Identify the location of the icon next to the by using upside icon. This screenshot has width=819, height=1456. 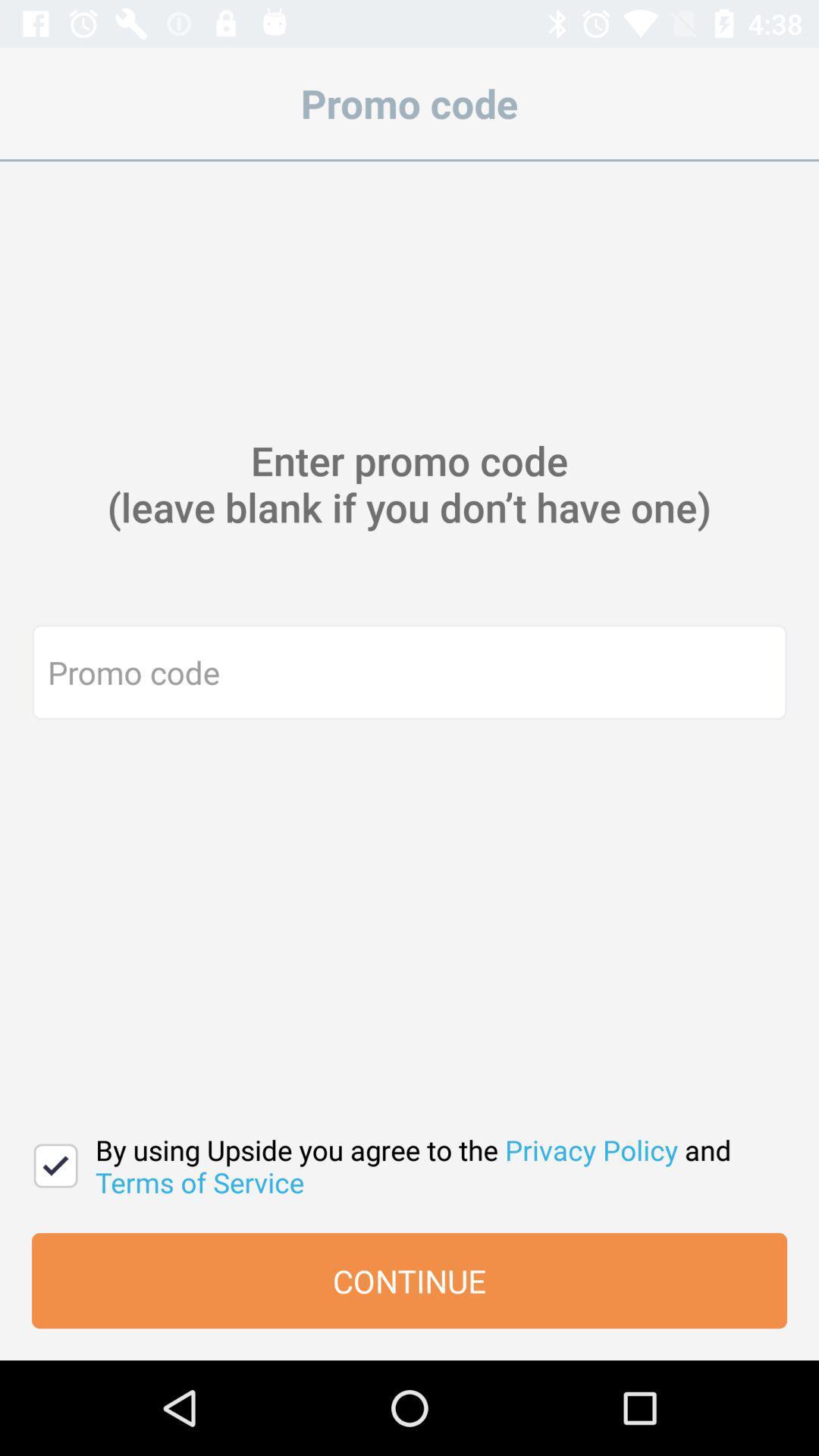
(55, 1165).